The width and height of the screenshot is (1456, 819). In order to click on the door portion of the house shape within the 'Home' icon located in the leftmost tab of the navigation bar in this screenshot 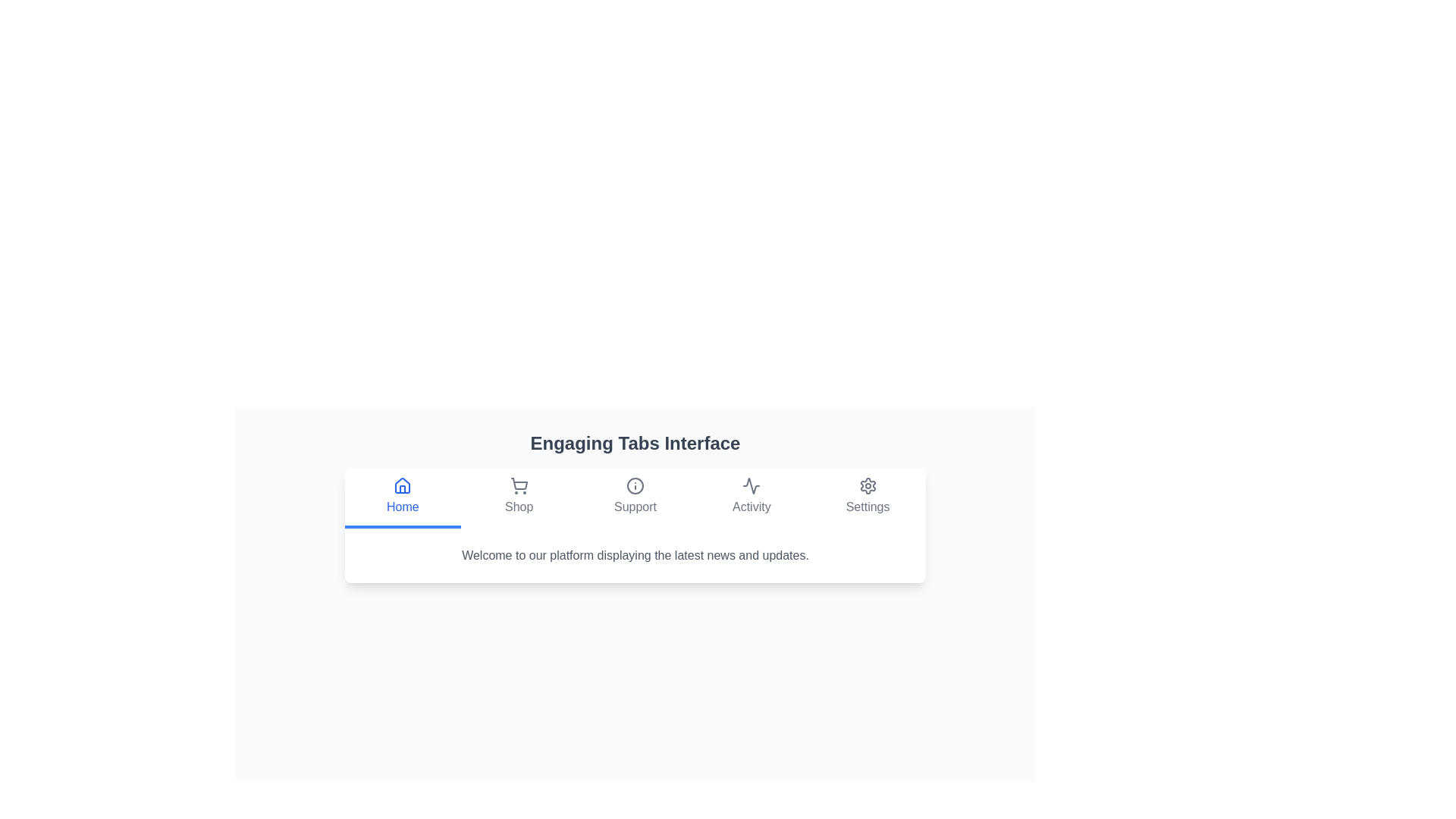, I will do `click(403, 489)`.